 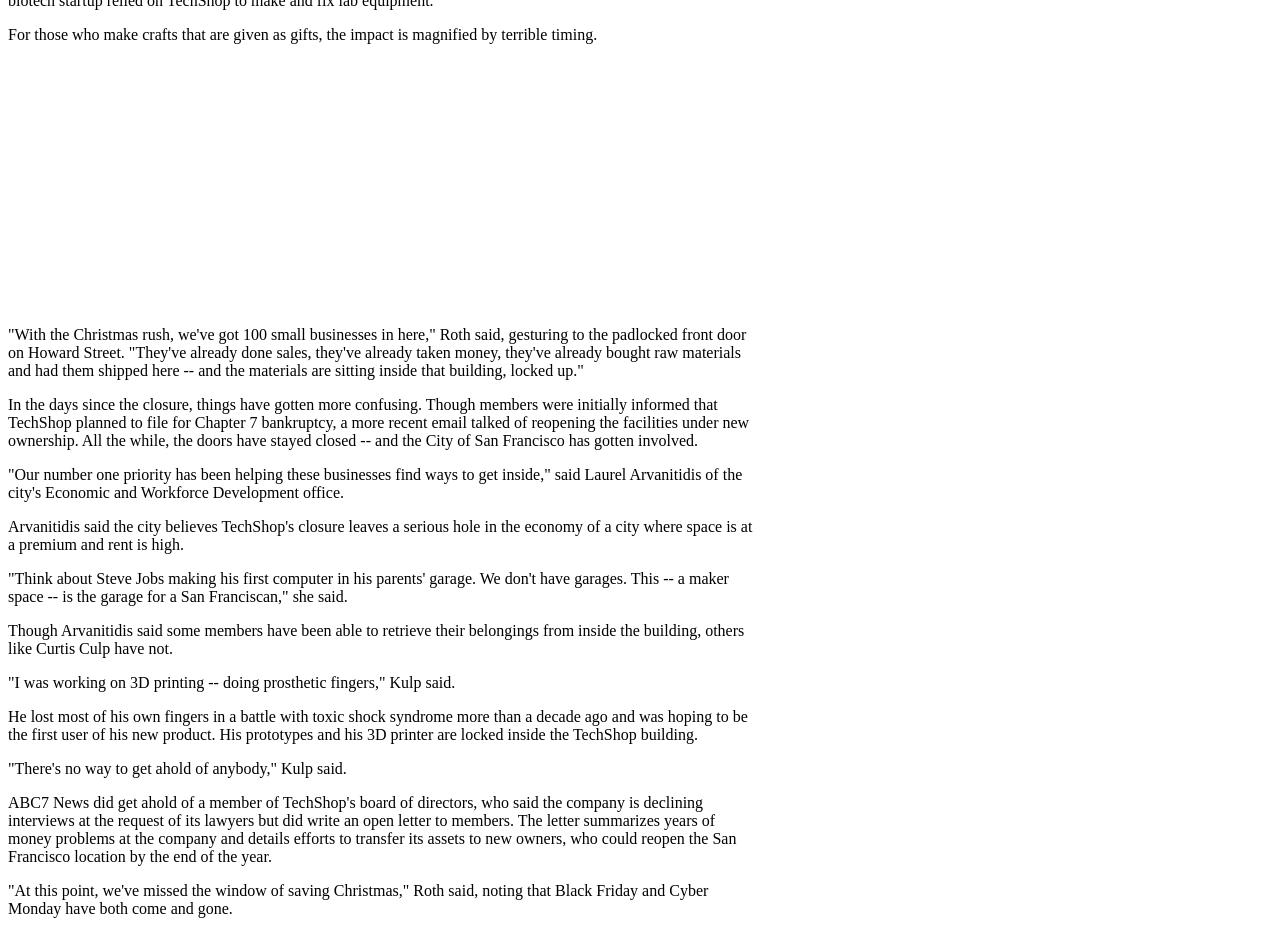 What do you see at coordinates (376, 352) in the screenshot?
I see `'"With the Christmas rush, we've got 100 small businesses in here," Roth said, gesturing to the padlocked front door on Howard Street. "They've already done sales, they've already taken money, they've already bought raw materials and had them shipped here -- and the materials are sitting inside that building, locked up."'` at bounding box center [376, 352].